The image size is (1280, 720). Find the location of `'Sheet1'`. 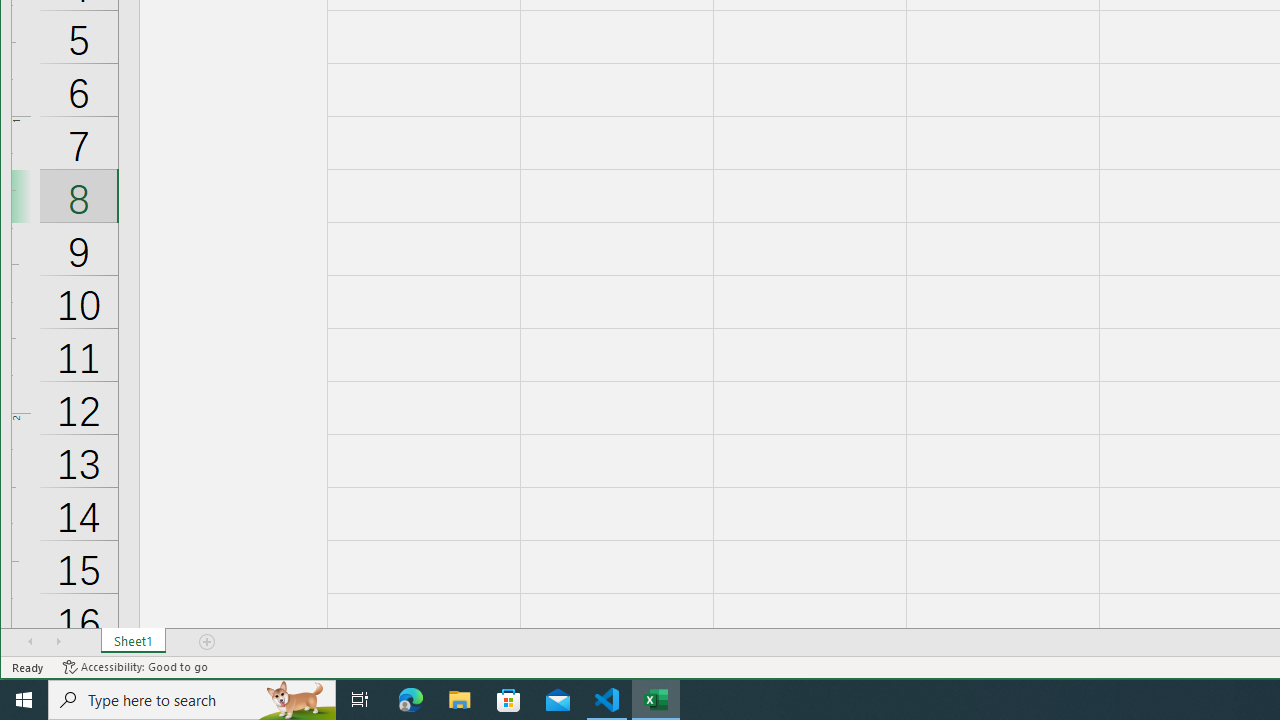

'Sheet1' is located at coordinates (132, 641).